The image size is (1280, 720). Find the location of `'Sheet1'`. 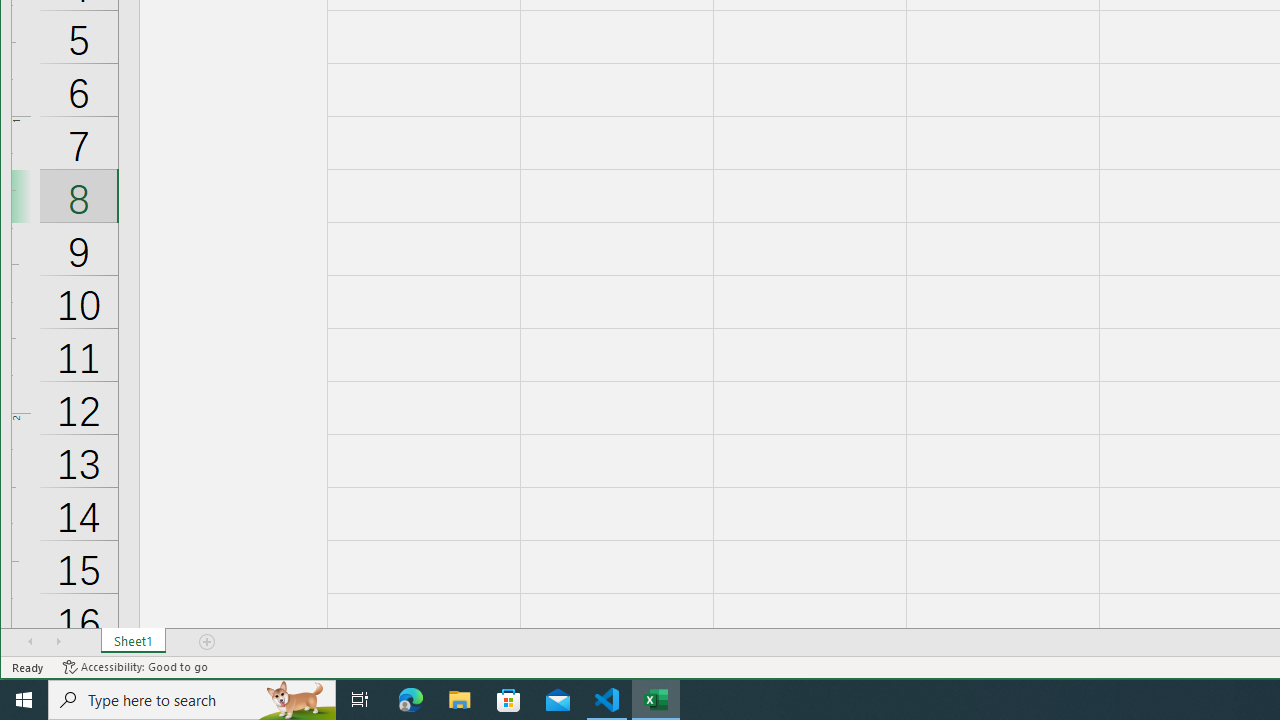

'Sheet1' is located at coordinates (132, 641).